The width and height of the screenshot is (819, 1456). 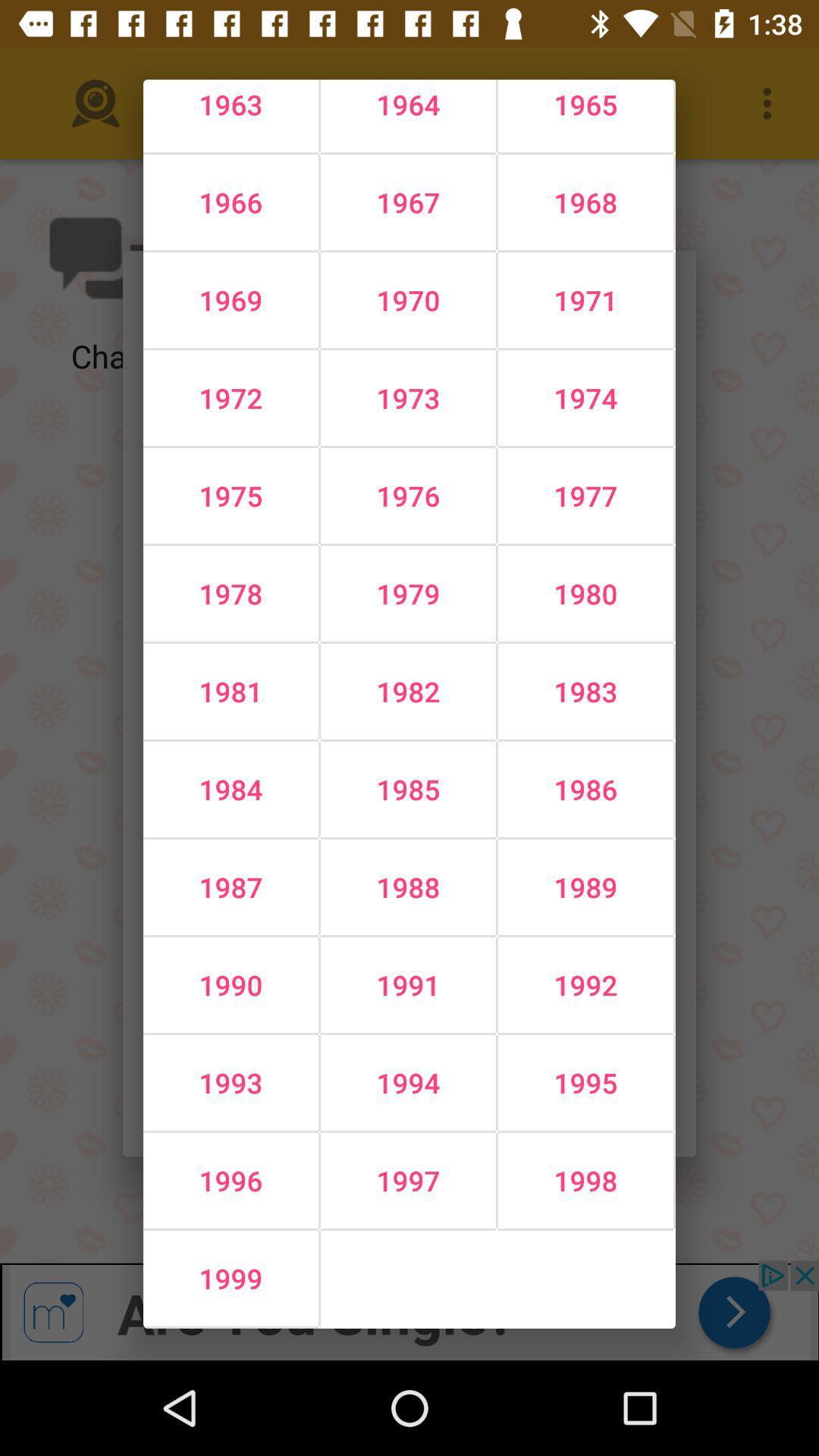 What do you see at coordinates (585, 1082) in the screenshot?
I see `the 1995 icon` at bounding box center [585, 1082].